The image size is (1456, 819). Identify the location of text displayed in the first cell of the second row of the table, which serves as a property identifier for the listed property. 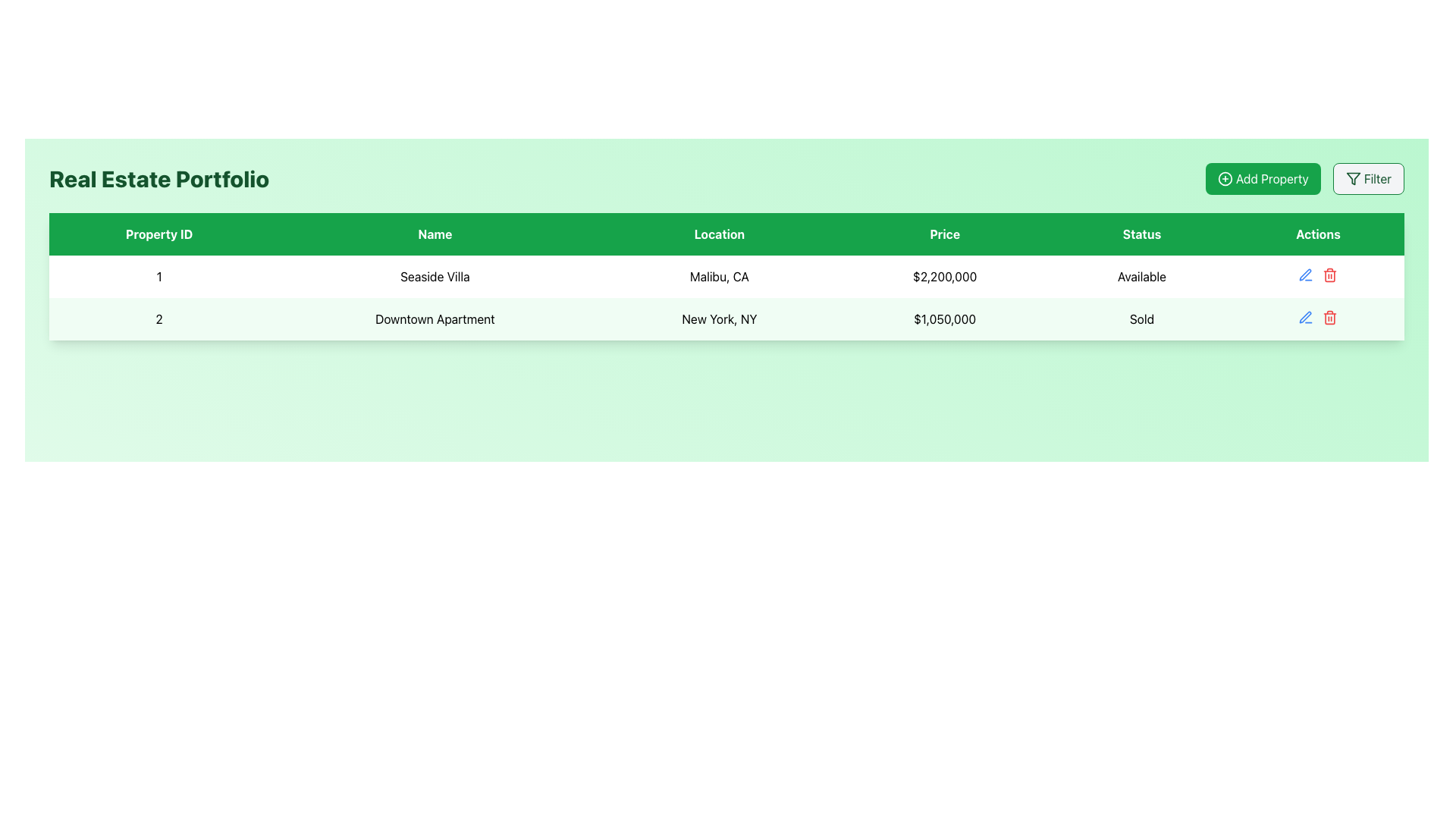
(159, 318).